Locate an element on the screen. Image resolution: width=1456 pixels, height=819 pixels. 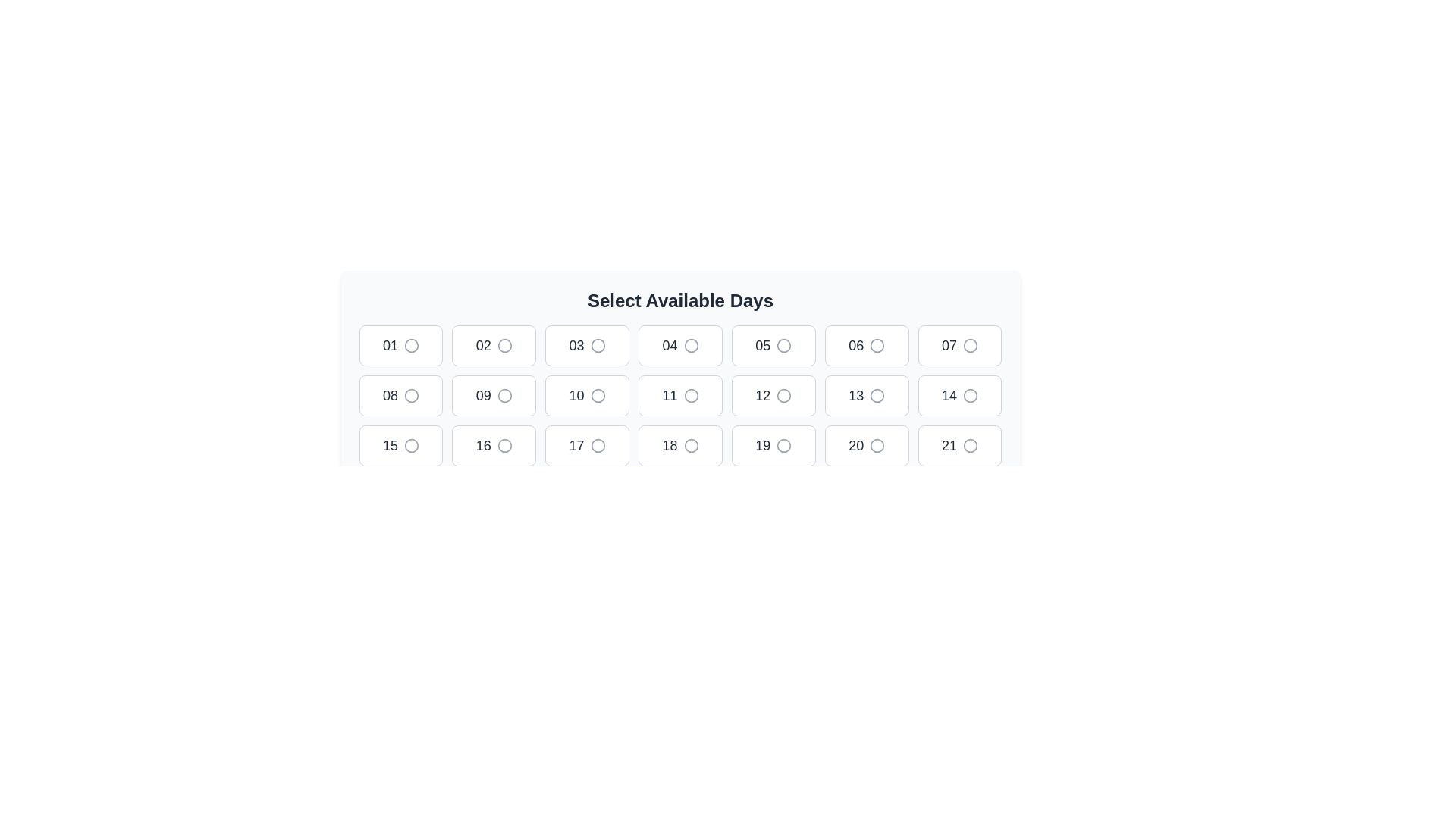
the selectable day button located in the third row and seventh column of the calendar interface, positioned below the button labeled '18' and to the left of the button labeled '20' is located at coordinates (773, 444).